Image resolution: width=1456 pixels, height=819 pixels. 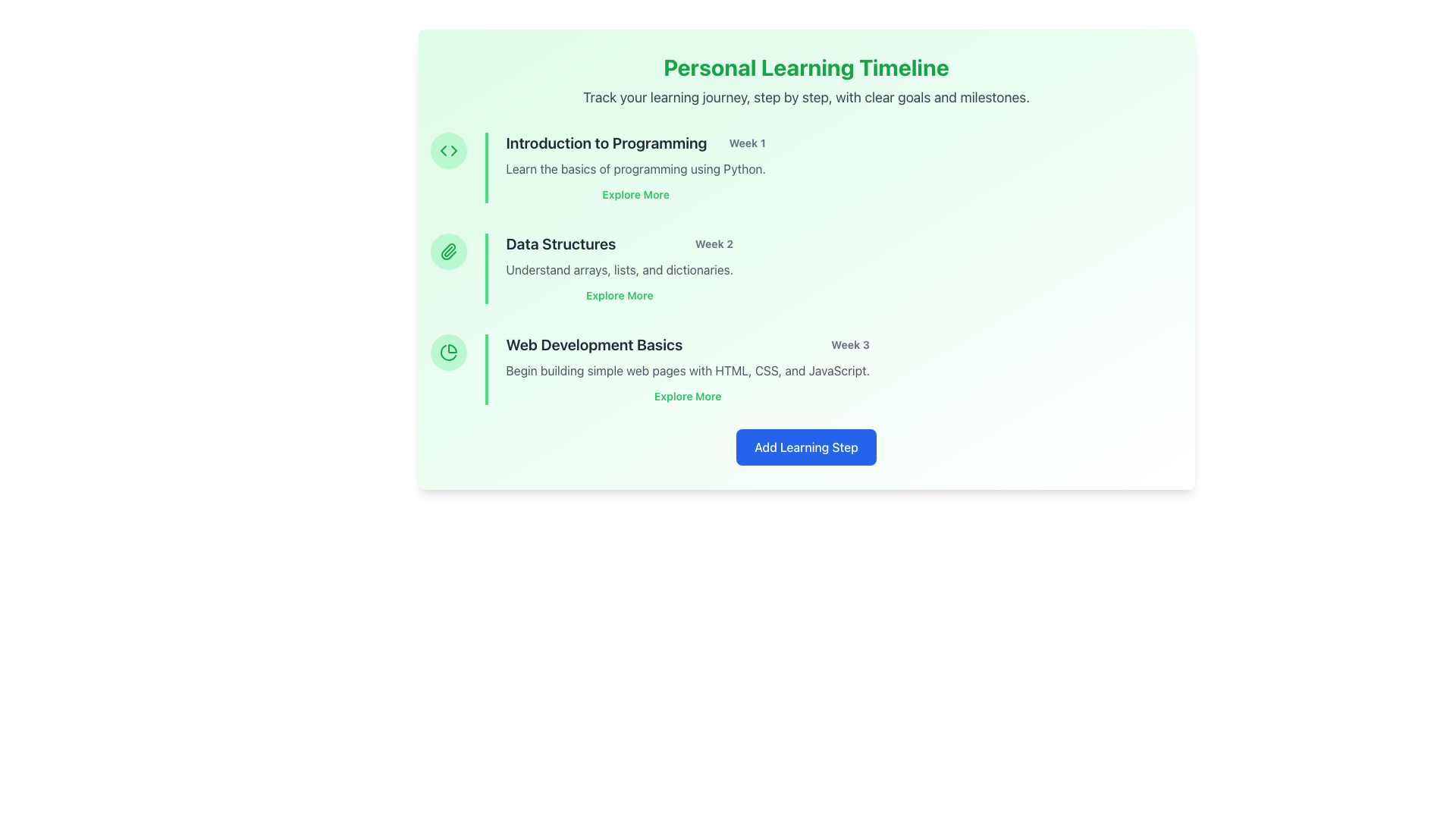 I want to click on the SVG Arrow Icon that visually represents the option to proceed or navigate forward in a timeline or list view, positioned to the left of the text 'Introduction to Programming', so click(x=453, y=151).